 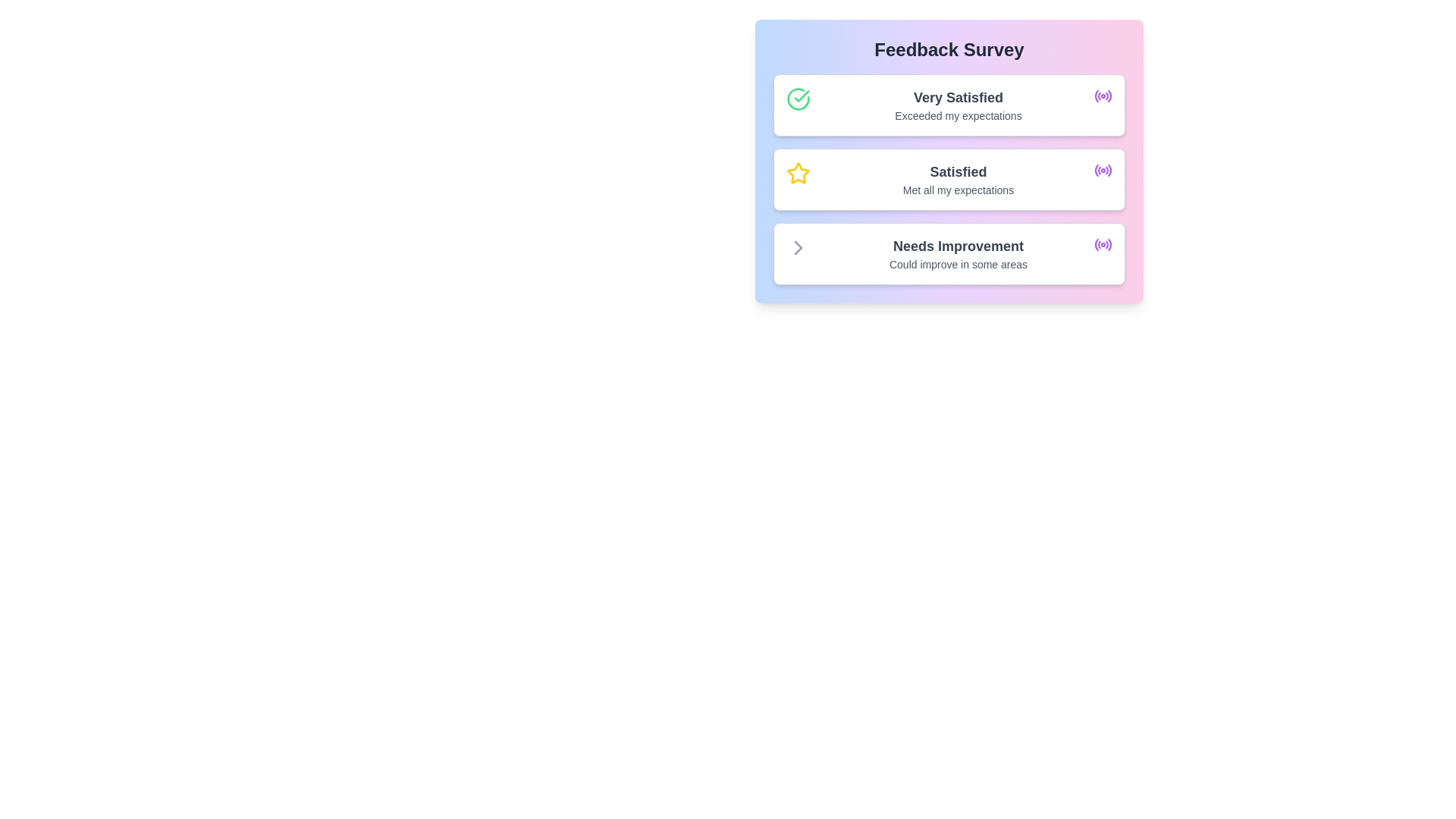 I want to click on the text block that displays the feedback option at the bottom of the vertically stacked list in the feedback survey module, so click(x=957, y=253).